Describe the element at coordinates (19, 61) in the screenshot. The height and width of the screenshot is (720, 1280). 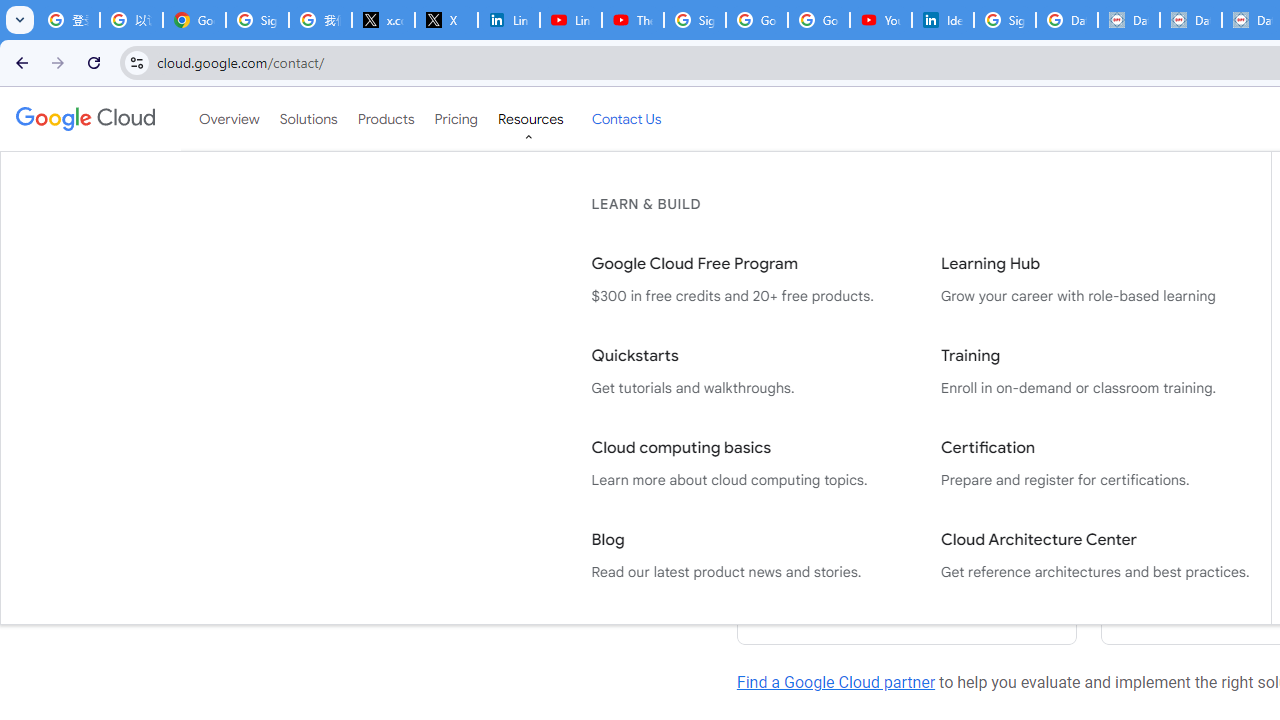
I see `'Back'` at that location.